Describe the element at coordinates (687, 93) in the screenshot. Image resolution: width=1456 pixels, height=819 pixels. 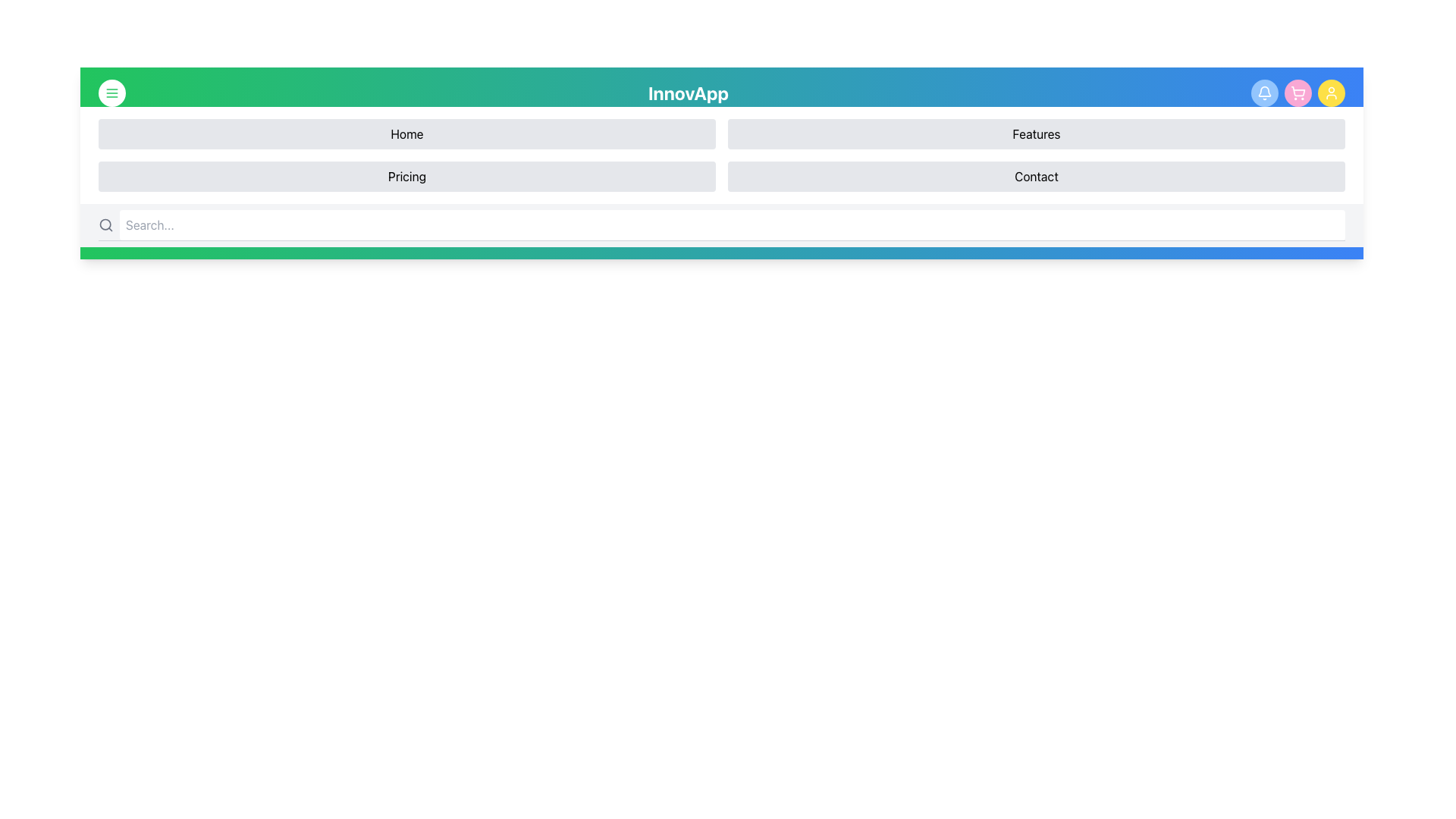
I see `the branding text label of the application, 'InnovApp', located at the center of the navigation bar` at that location.